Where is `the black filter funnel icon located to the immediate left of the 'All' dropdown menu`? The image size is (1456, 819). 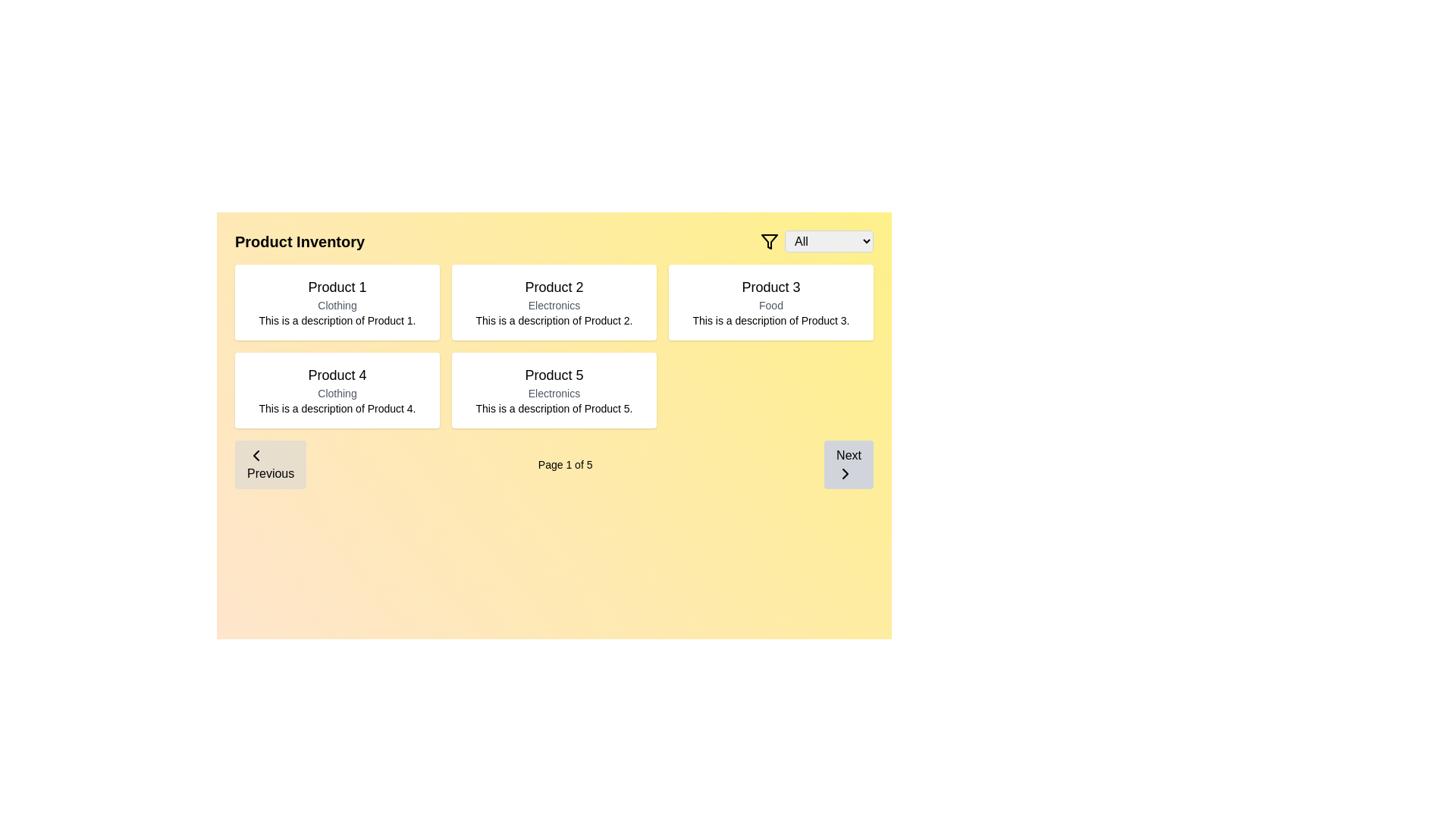
the black filter funnel icon located to the immediate left of the 'All' dropdown menu is located at coordinates (769, 240).